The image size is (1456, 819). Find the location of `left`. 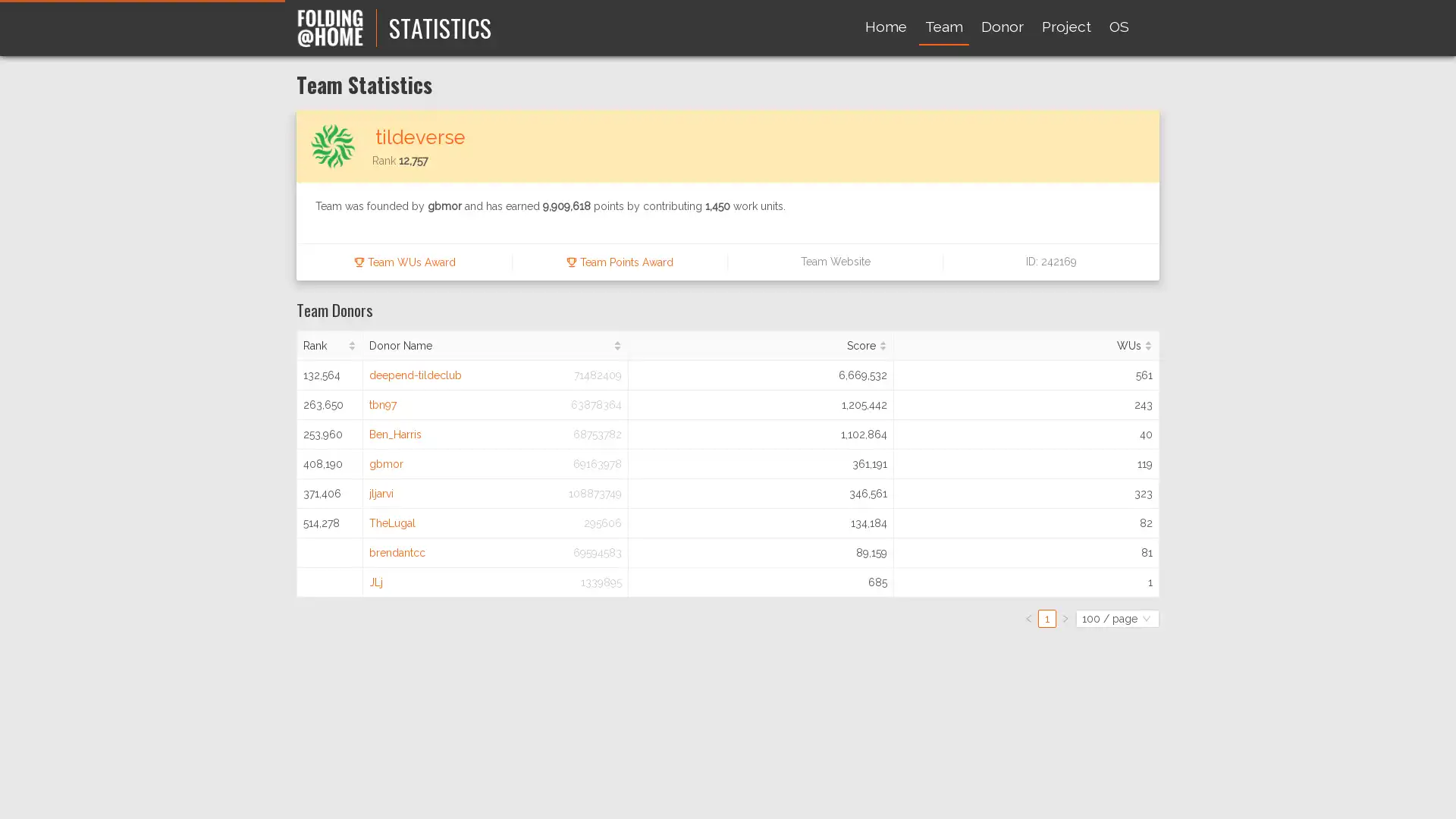

left is located at coordinates (1029, 617).